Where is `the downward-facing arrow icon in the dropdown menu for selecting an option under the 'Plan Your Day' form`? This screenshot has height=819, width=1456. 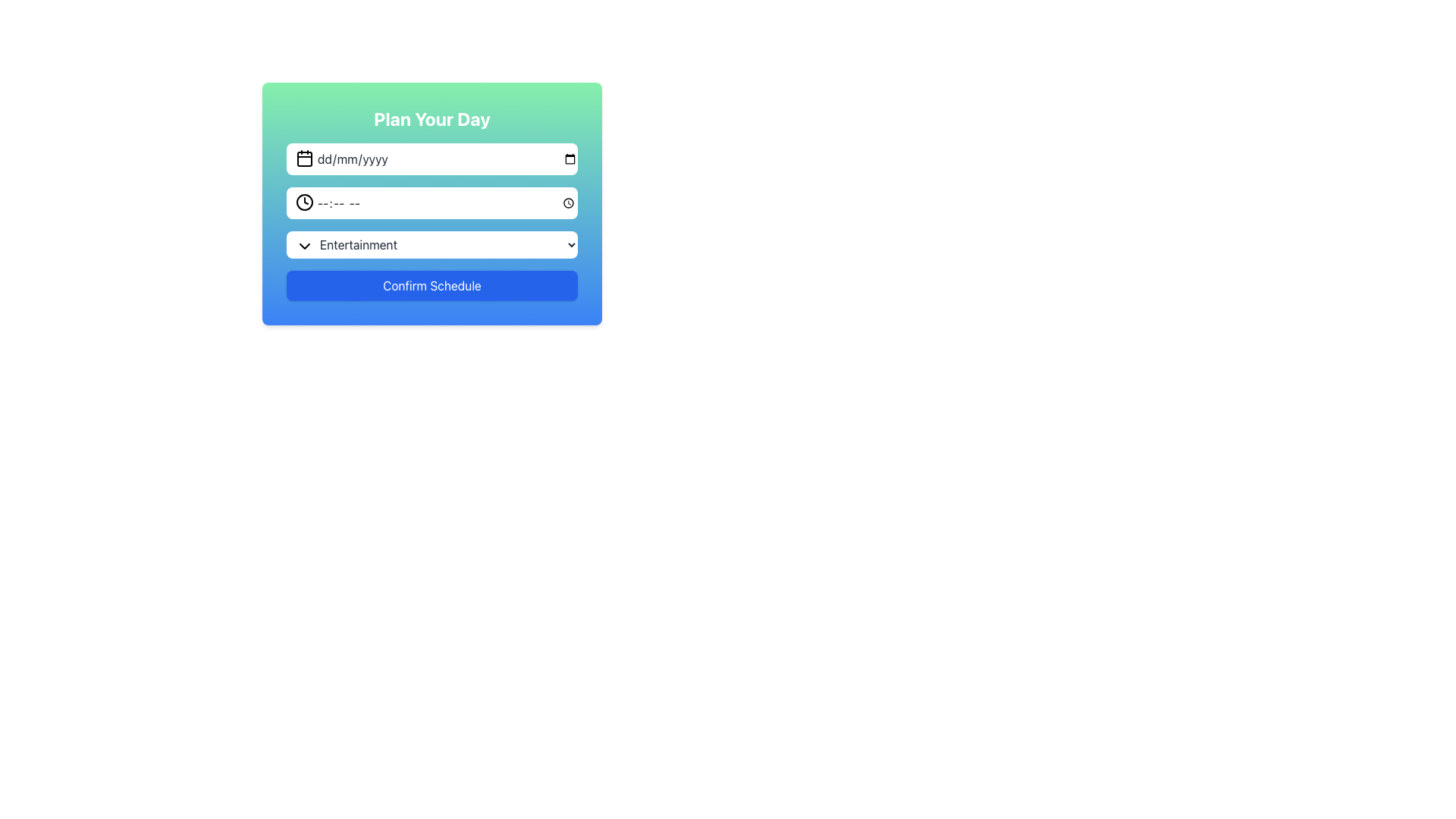
the downward-facing arrow icon in the dropdown menu for selecting an option under the 'Plan Your Day' form is located at coordinates (304, 245).